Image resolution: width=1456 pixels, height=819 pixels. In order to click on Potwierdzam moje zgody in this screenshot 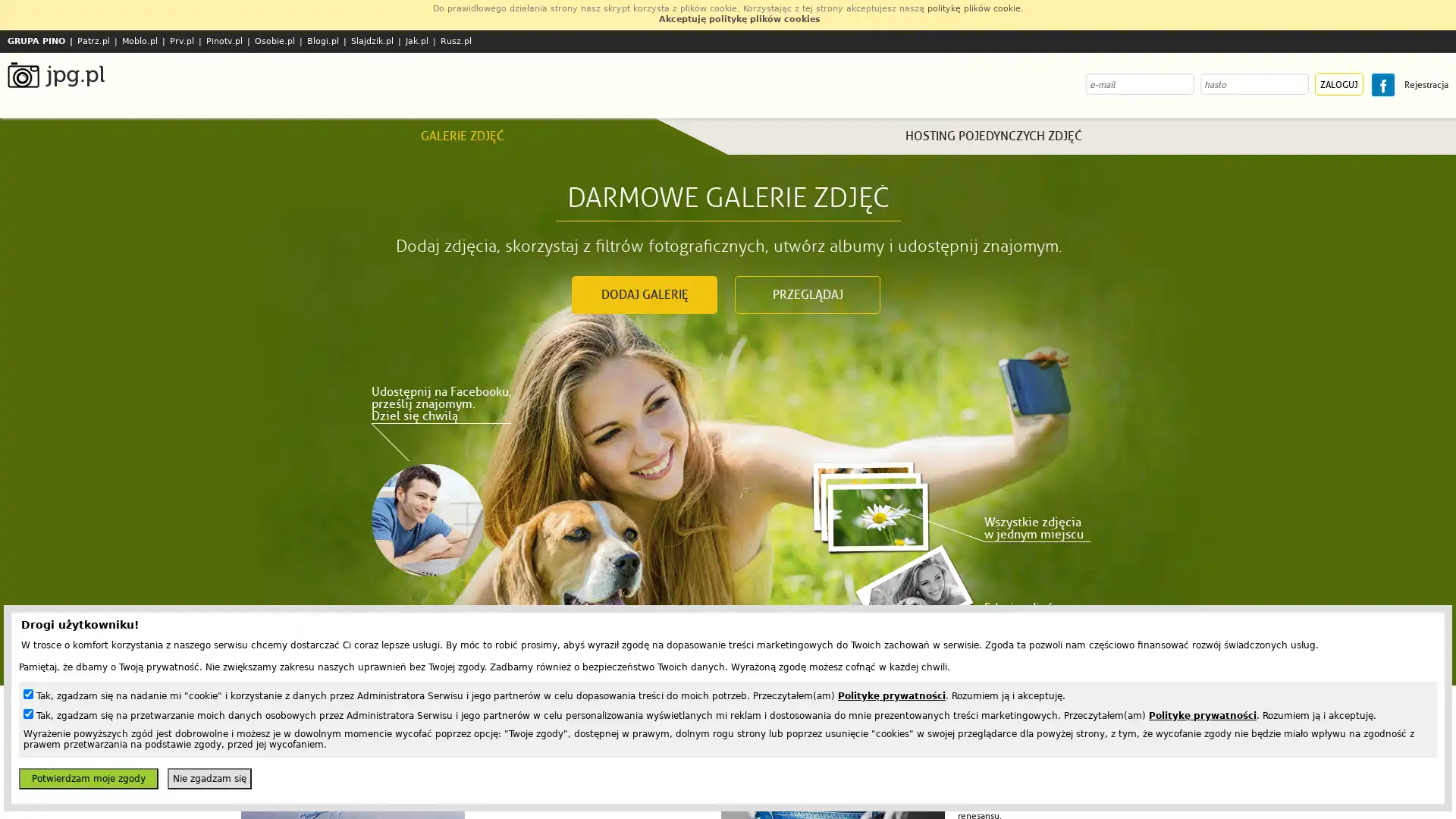, I will do `click(87, 778)`.